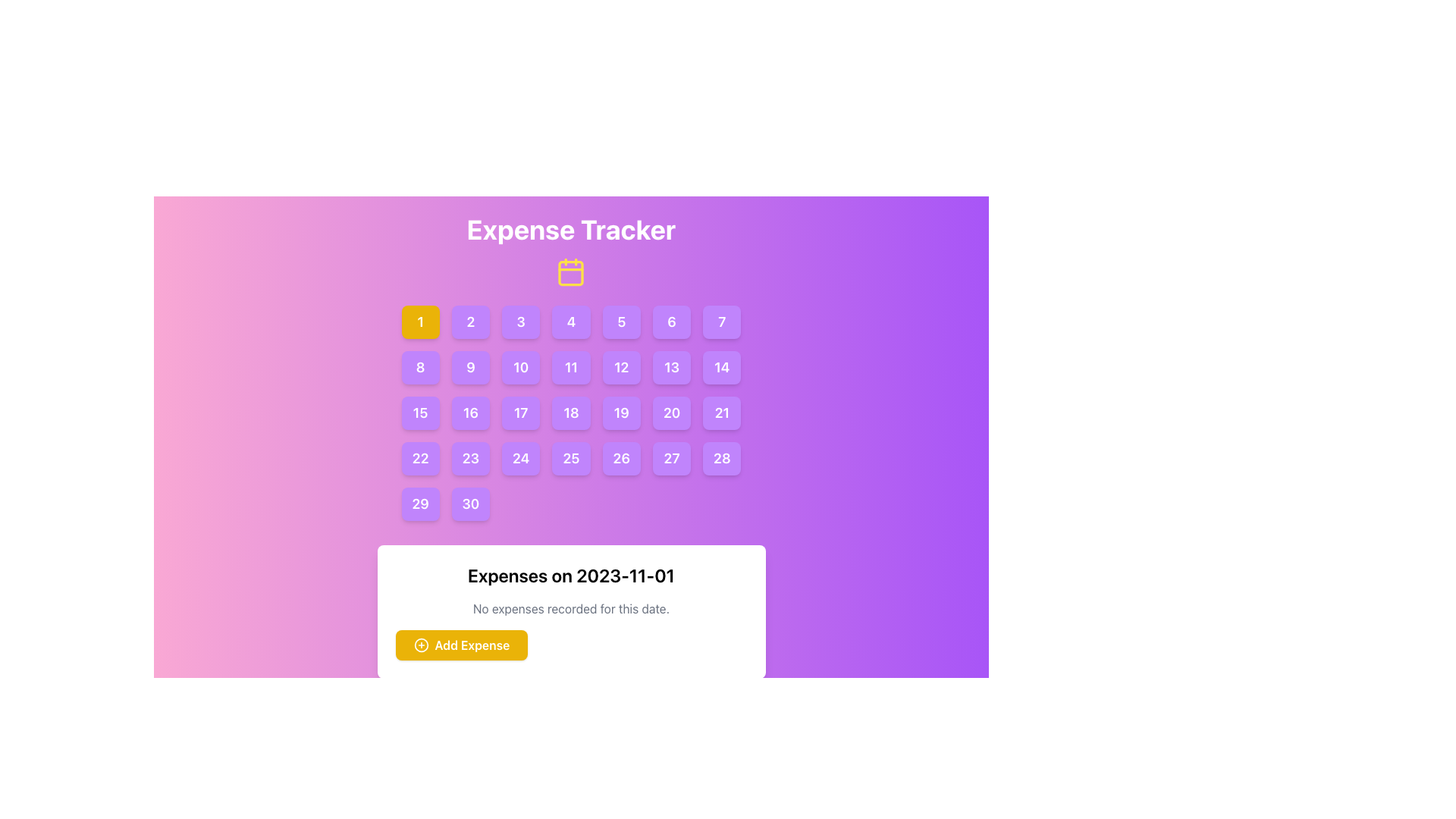 This screenshot has width=1456, height=819. Describe the element at coordinates (621, 458) in the screenshot. I see `the button representing the 26th date, located in the last row of a 7-column grid layout as the fifth cell` at that location.